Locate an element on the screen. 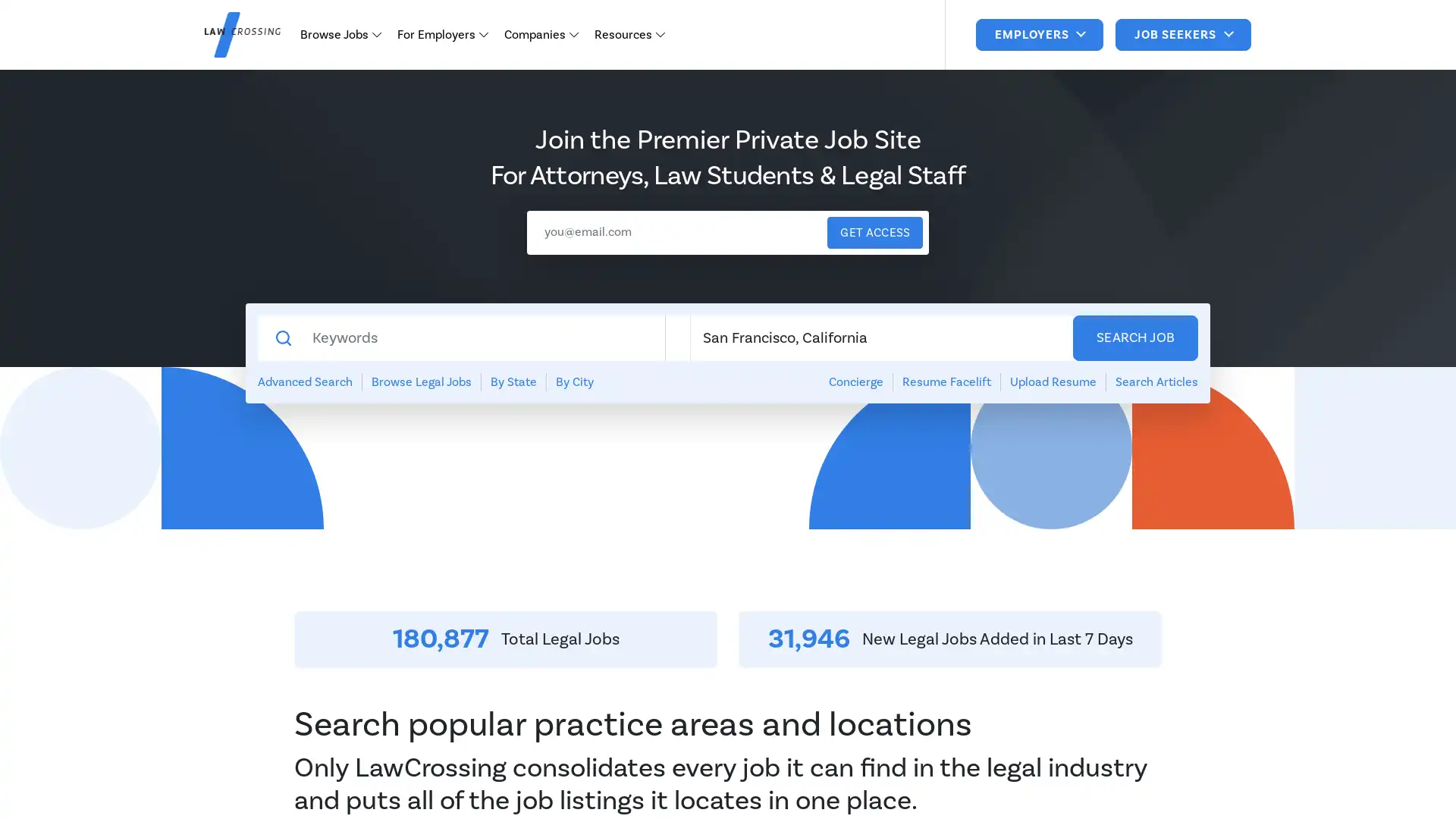  EMPLOYERS is located at coordinates (1038, 34).